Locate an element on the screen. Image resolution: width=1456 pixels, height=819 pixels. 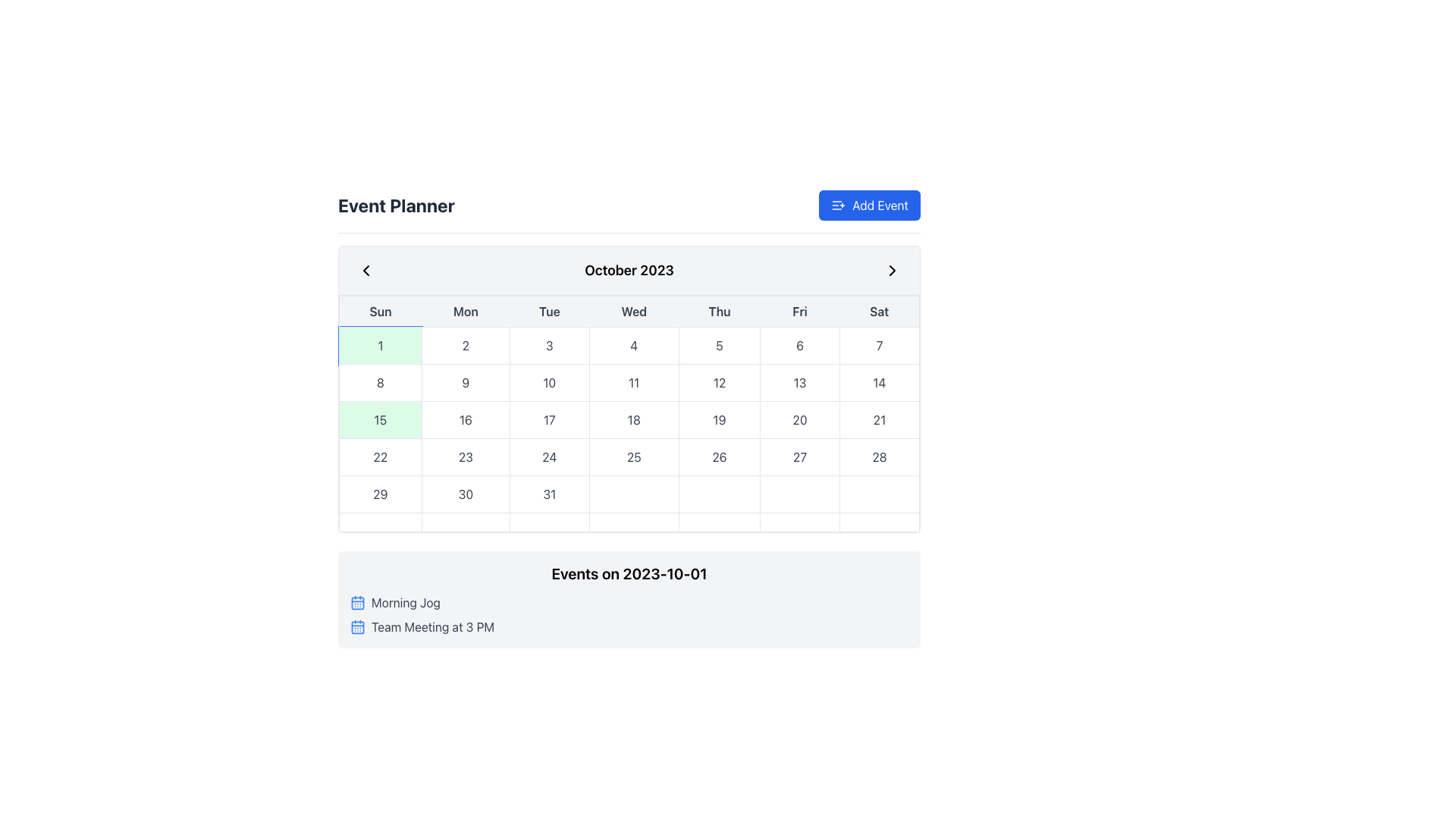
the fifth selectable block at the bottom of the calendar grid is located at coordinates (719, 522).